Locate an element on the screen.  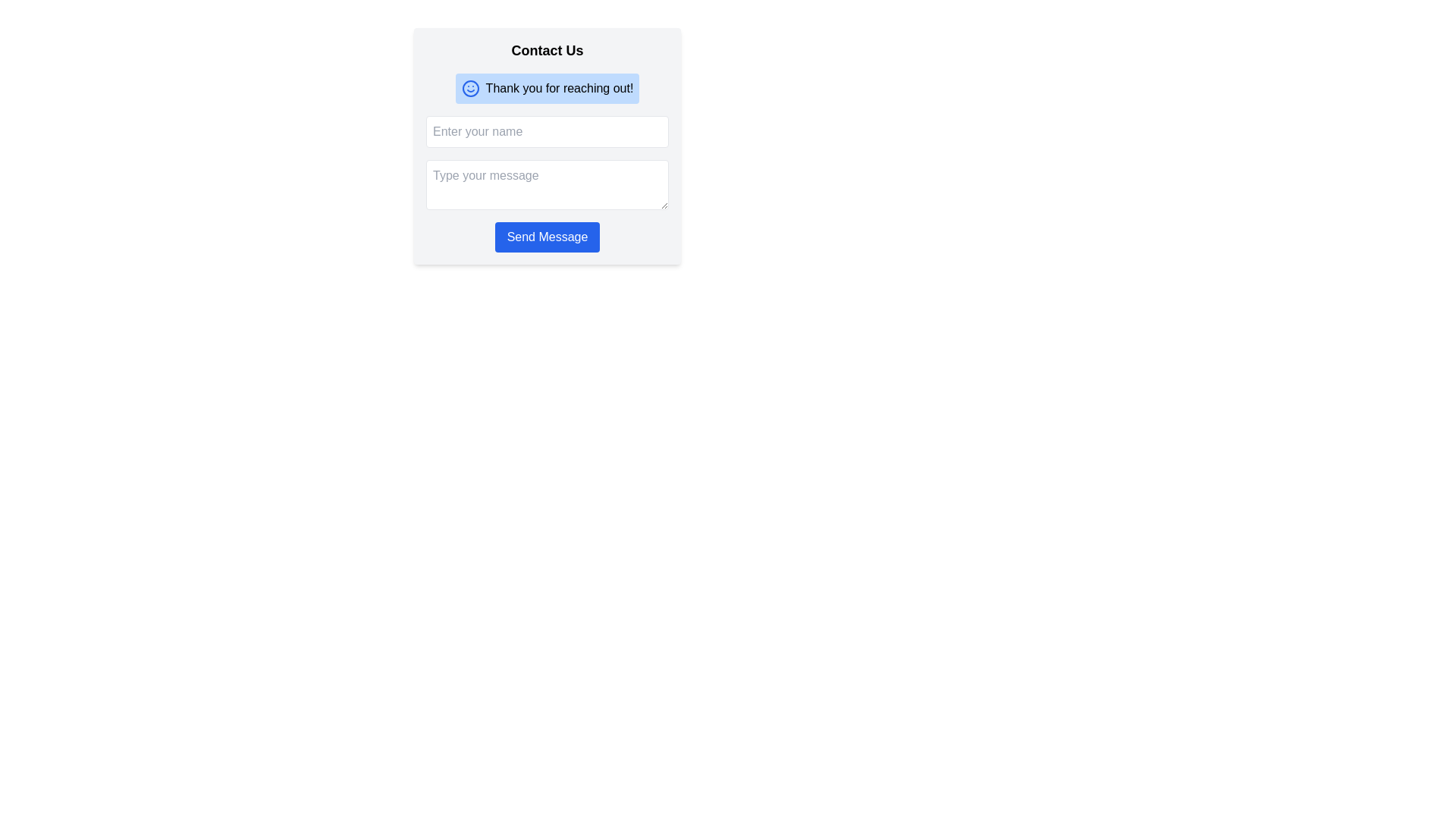
the decorative icon inside the light blue message box that contains the text 'Thank you for reaching out!' is located at coordinates (469, 88).